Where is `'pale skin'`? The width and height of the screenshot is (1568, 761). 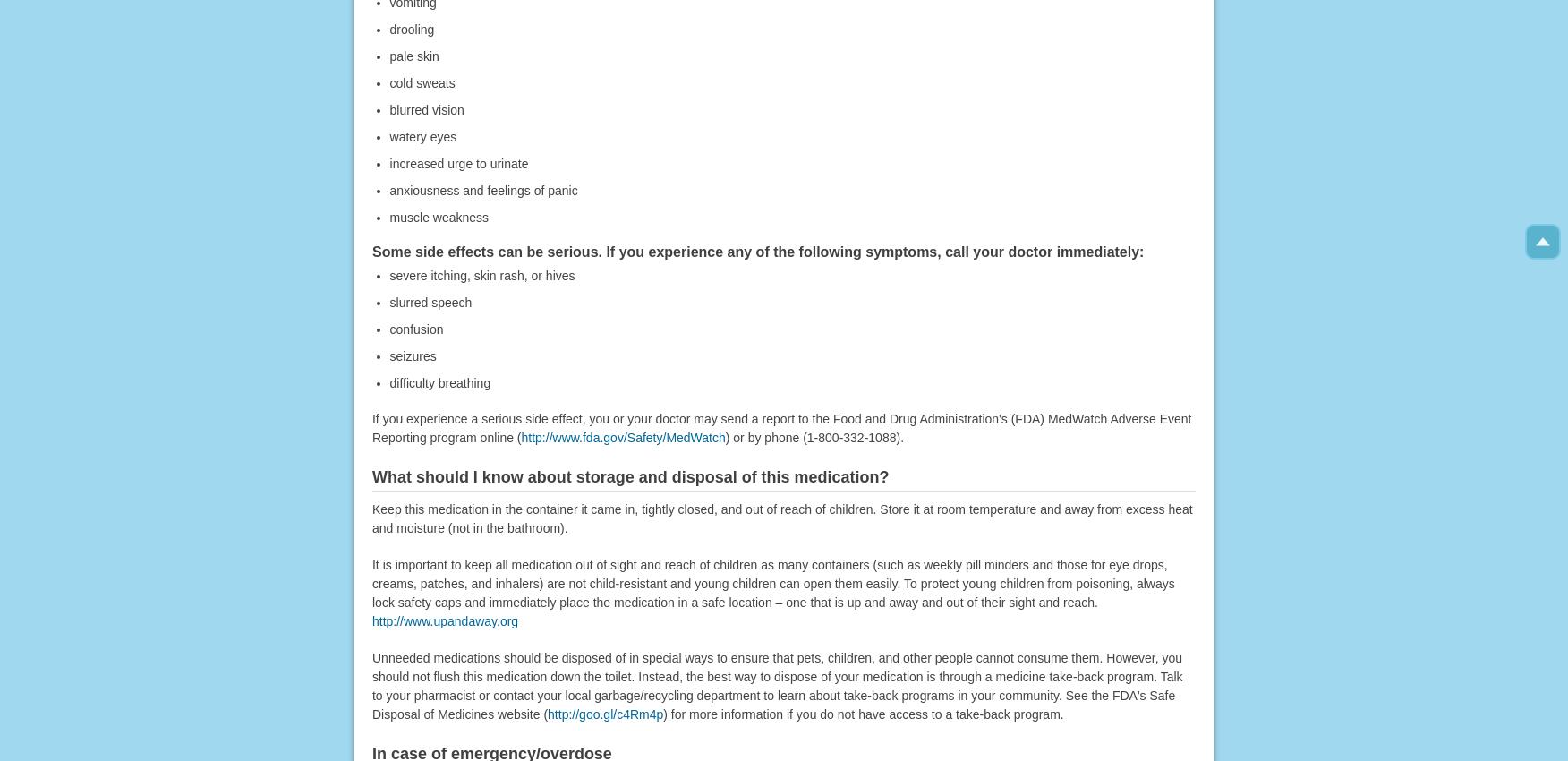 'pale skin' is located at coordinates (413, 55).